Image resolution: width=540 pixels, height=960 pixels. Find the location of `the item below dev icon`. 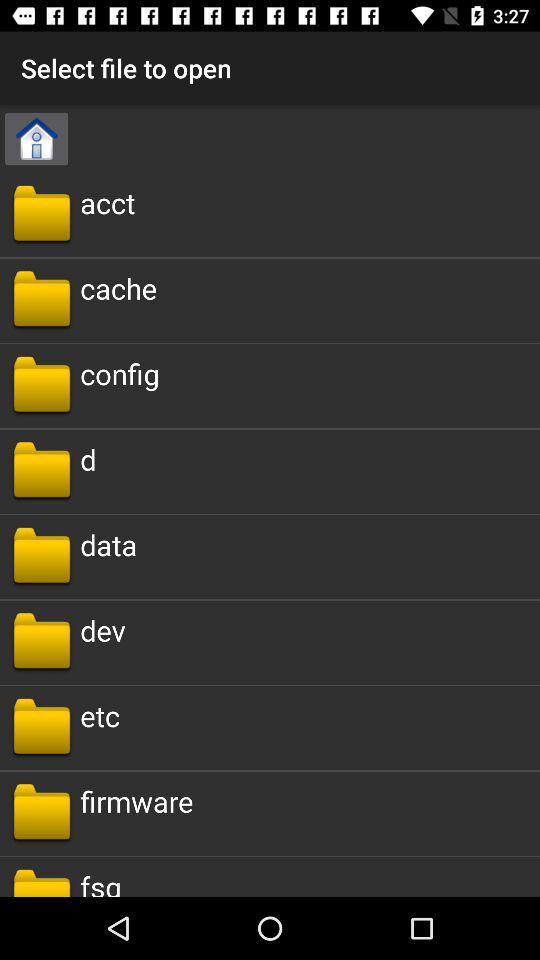

the item below dev icon is located at coordinates (99, 715).